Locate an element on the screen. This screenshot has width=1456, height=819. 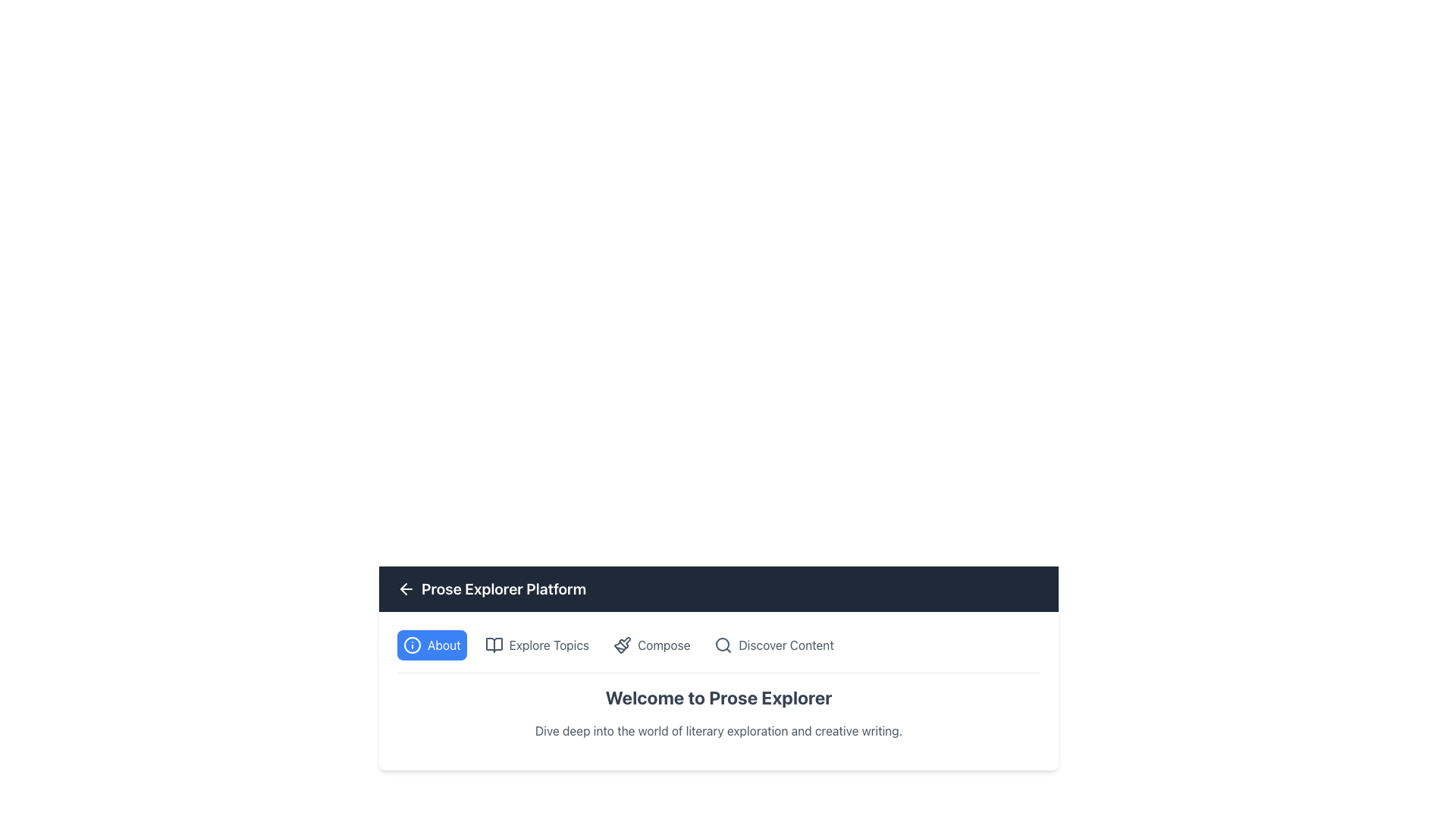
the paintbrush icon located in the navigation bar directly preceding the text 'Compose' is located at coordinates (622, 645).